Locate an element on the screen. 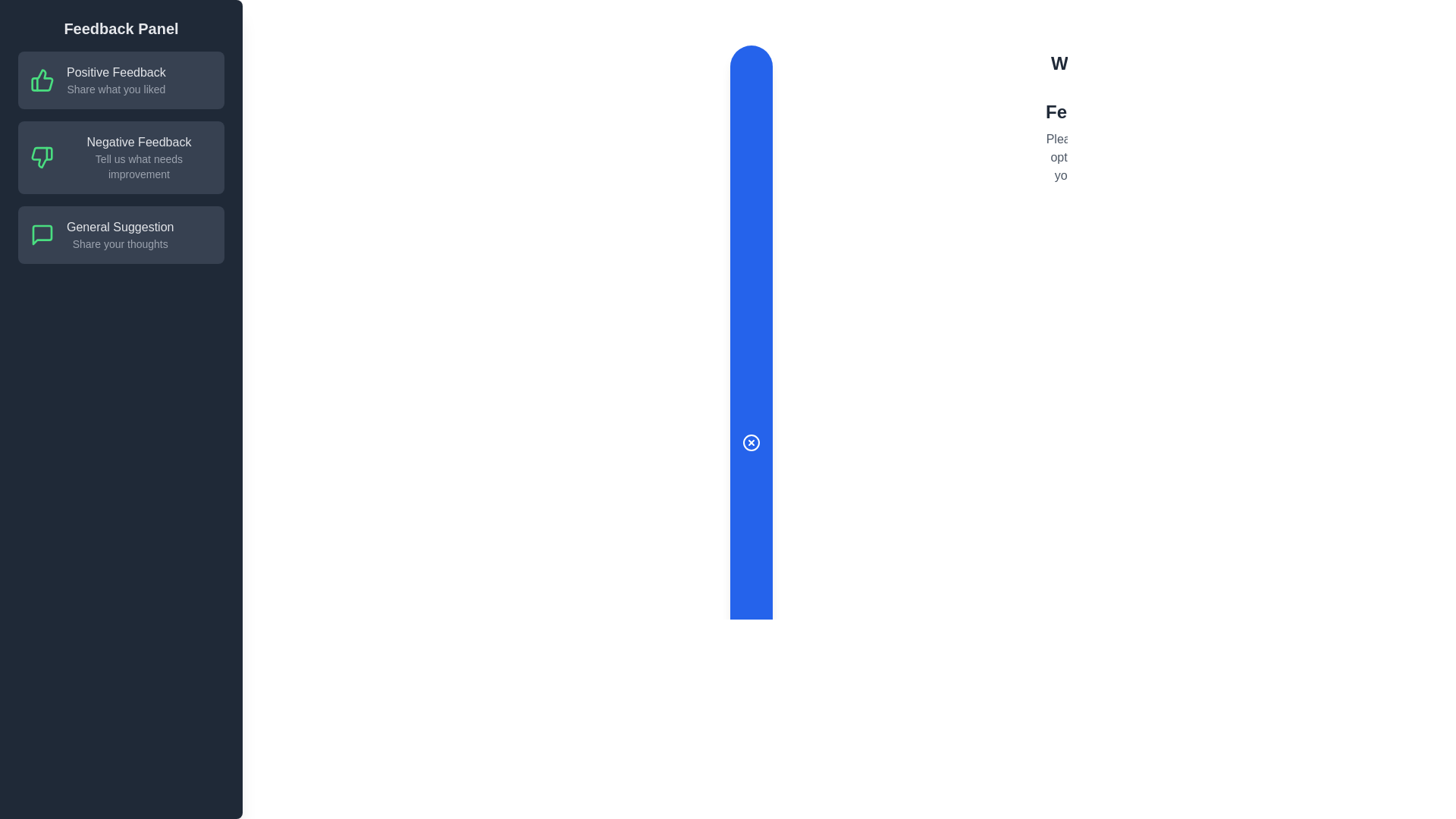  the toggle button to change the visibility of the feedback panel is located at coordinates (751, 442).